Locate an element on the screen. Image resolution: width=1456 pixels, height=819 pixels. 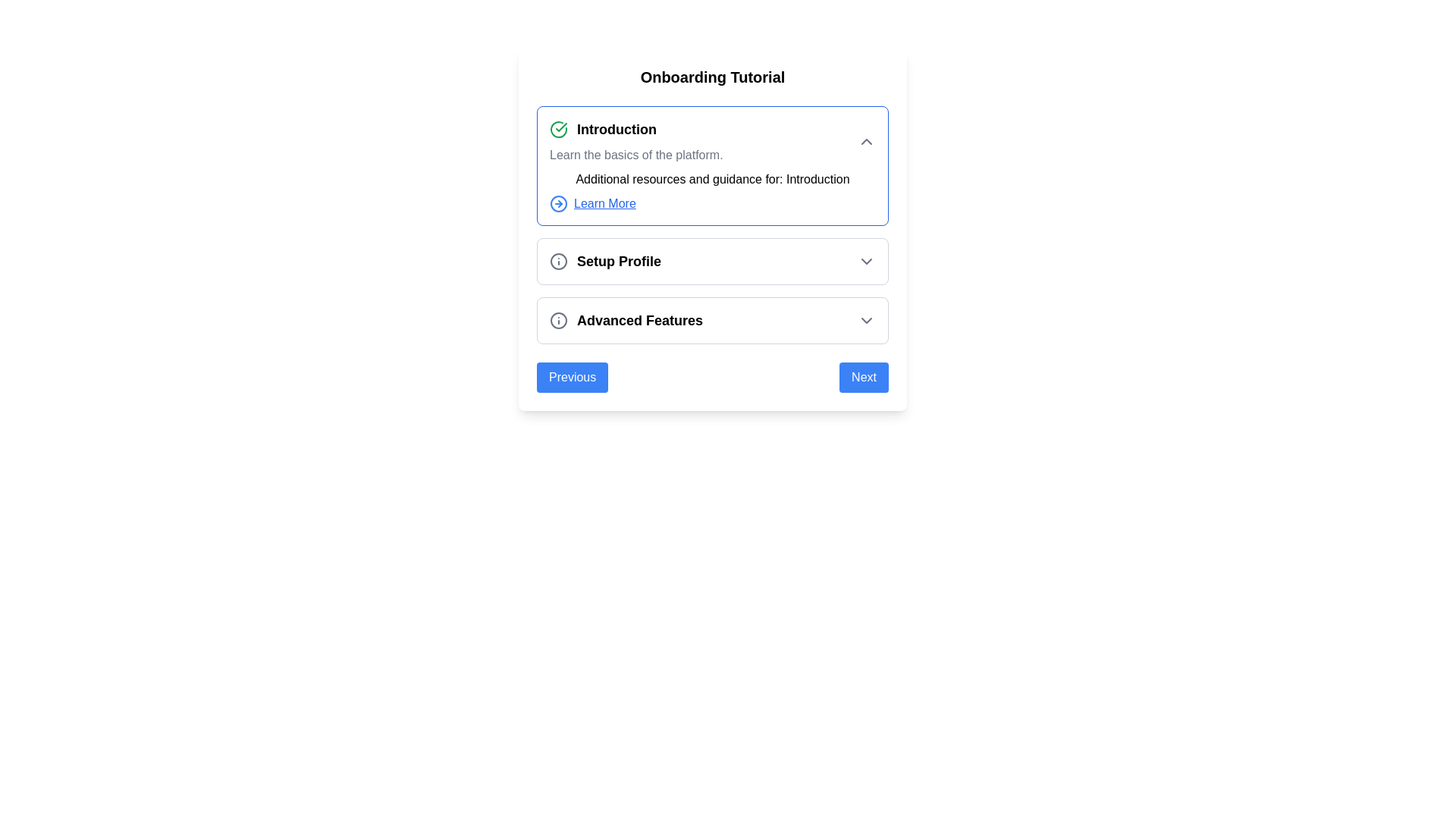
the 'Previous' button located in the bottom left of the main content area is located at coordinates (571, 376).